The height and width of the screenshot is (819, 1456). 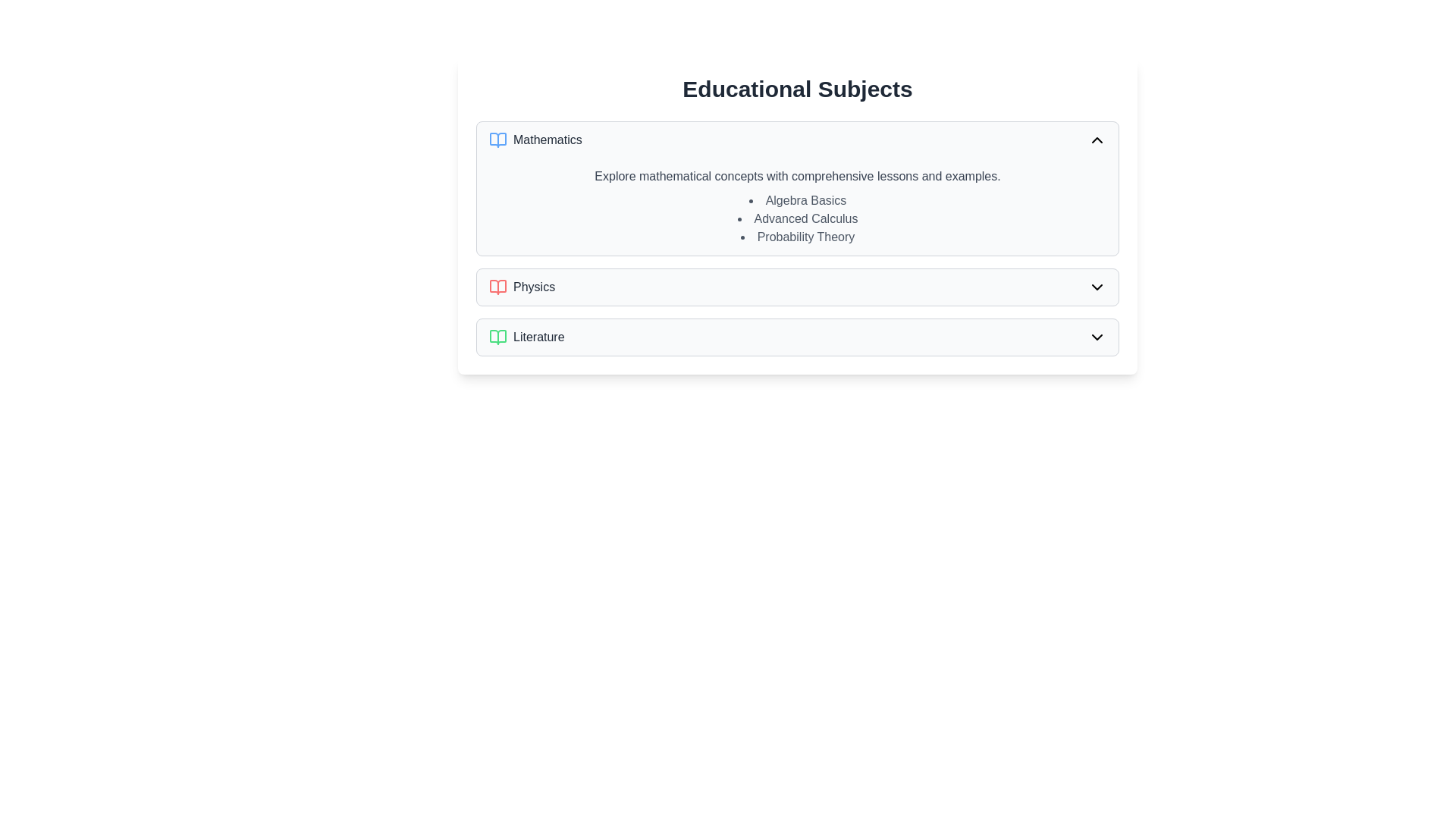 What do you see at coordinates (1097, 287) in the screenshot?
I see `the downward-facing chevron icon button located at the far right of the 'Physics' row in the collapsible section list for accessibility navigation` at bounding box center [1097, 287].